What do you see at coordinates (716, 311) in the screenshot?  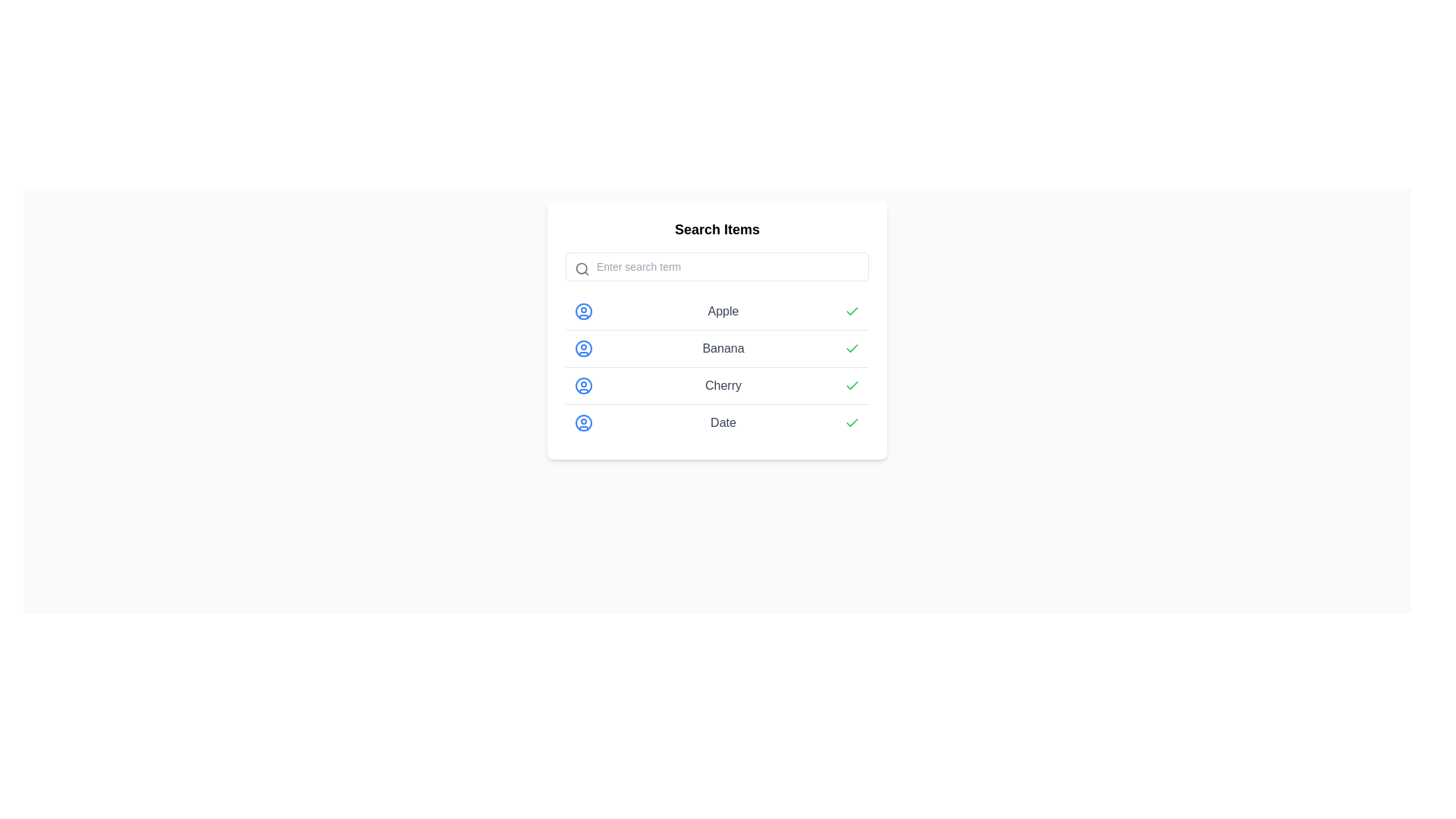 I see `the first selectable list item for 'Apple' under the 'Search Items' heading` at bounding box center [716, 311].